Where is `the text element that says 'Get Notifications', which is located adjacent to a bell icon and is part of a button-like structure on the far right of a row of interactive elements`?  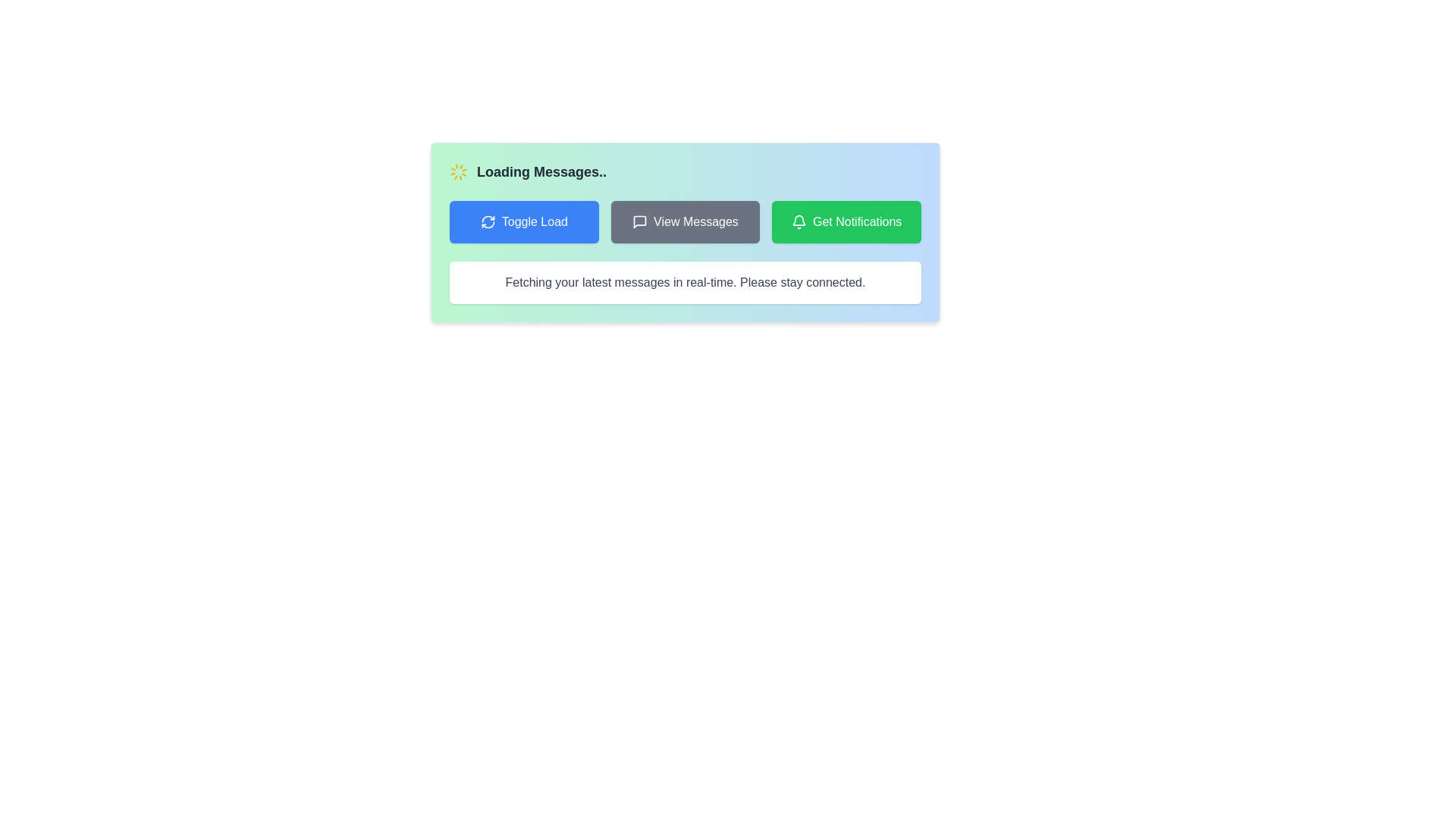 the text element that says 'Get Notifications', which is located adjacent to a bell icon and is part of a button-like structure on the far right of a row of interactive elements is located at coordinates (857, 222).